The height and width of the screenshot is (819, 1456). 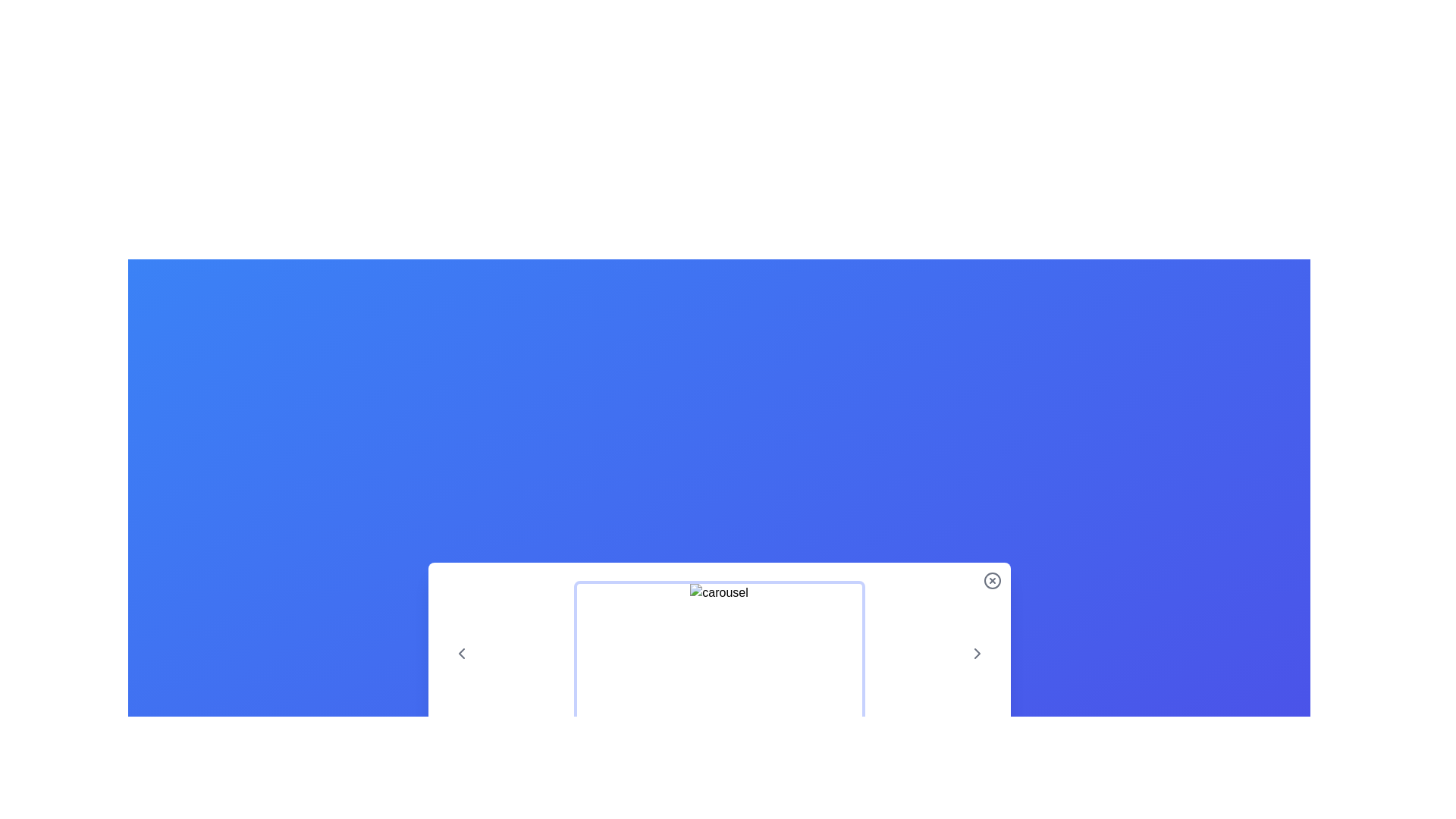 I want to click on the 'back' button located in the lower left corner of the primary interactive area, so click(x=460, y=652).